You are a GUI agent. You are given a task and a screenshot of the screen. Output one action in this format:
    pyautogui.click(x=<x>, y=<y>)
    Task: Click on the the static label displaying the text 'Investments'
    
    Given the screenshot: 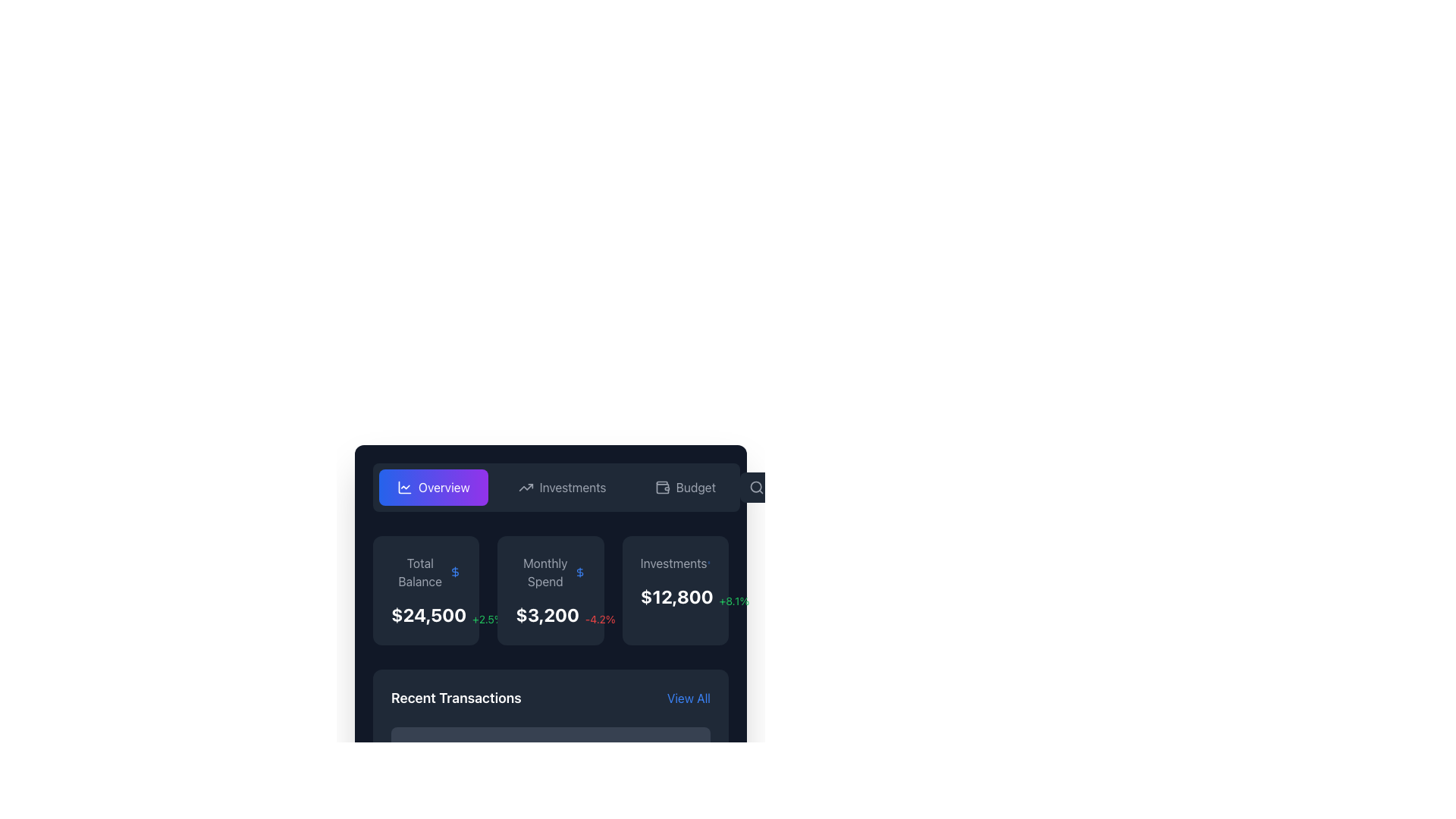 What is the action you would take?
    pyautogui.click(x=673, y=563)
    